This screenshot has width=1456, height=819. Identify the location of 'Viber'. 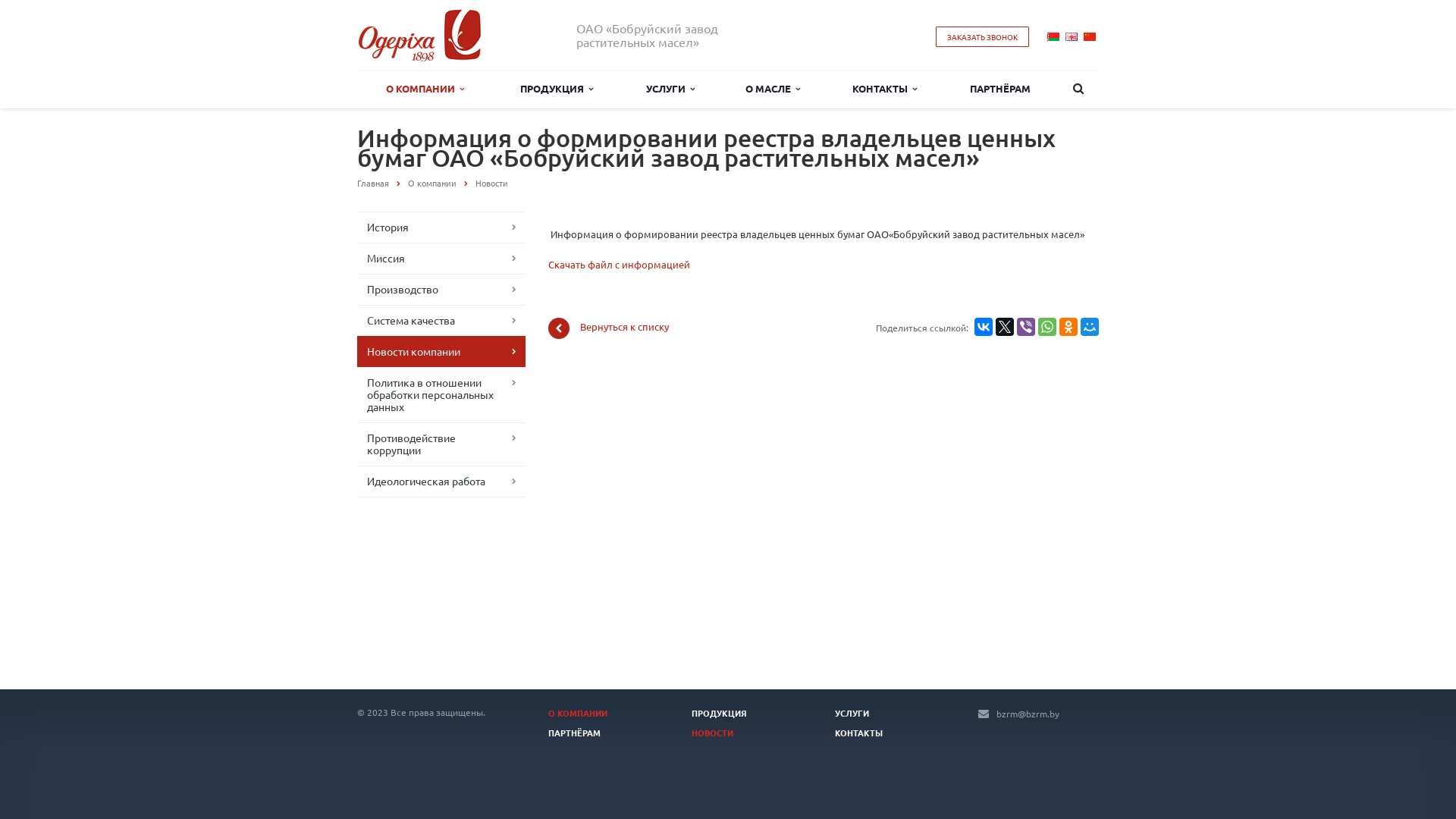
(1026, 326).